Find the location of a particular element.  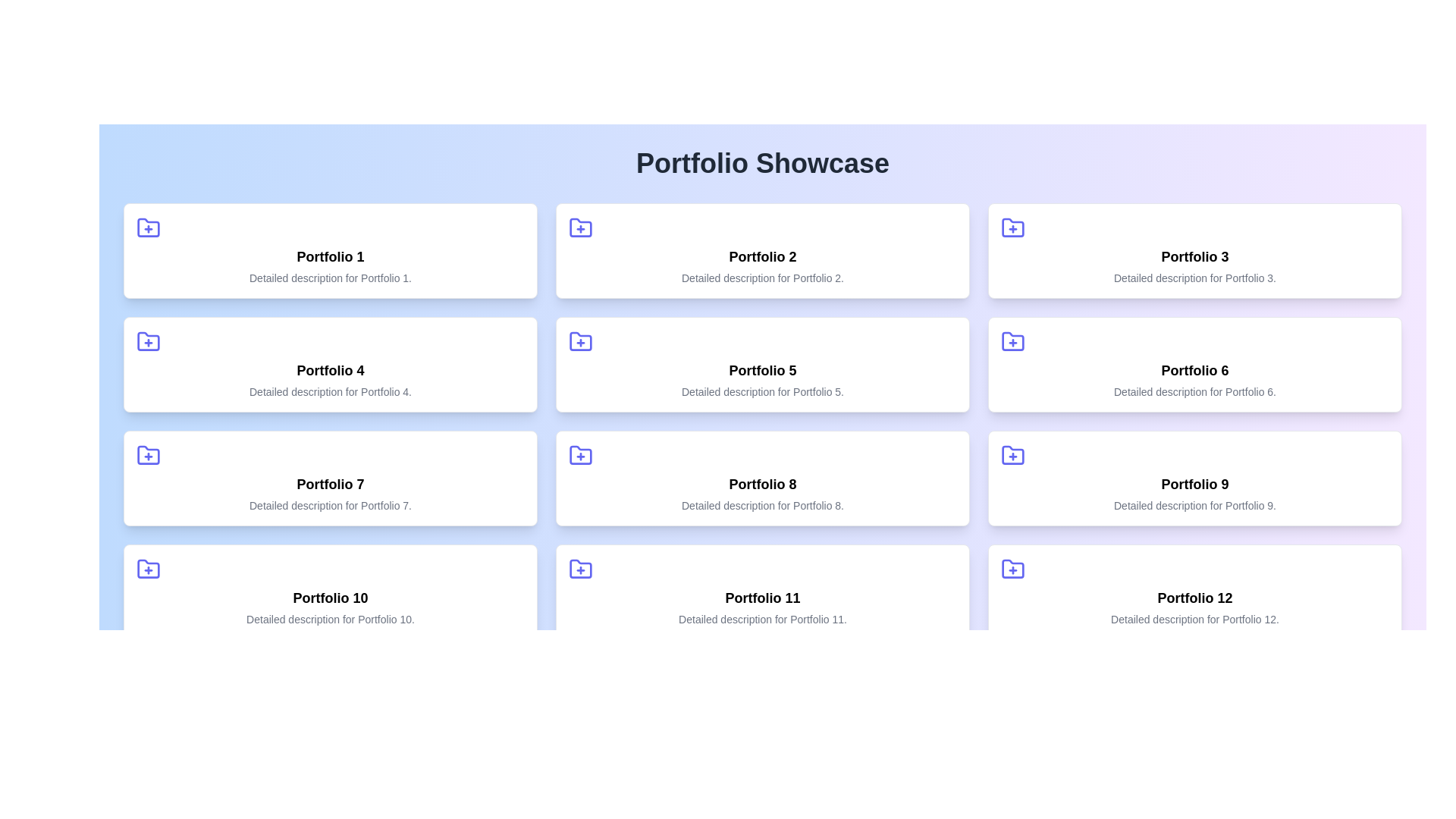

the title text of the portfolio card located in the bottom-left corner of the grid layout, positioned between an icon above and a descriptive text below is located at coordinates (330, 598).